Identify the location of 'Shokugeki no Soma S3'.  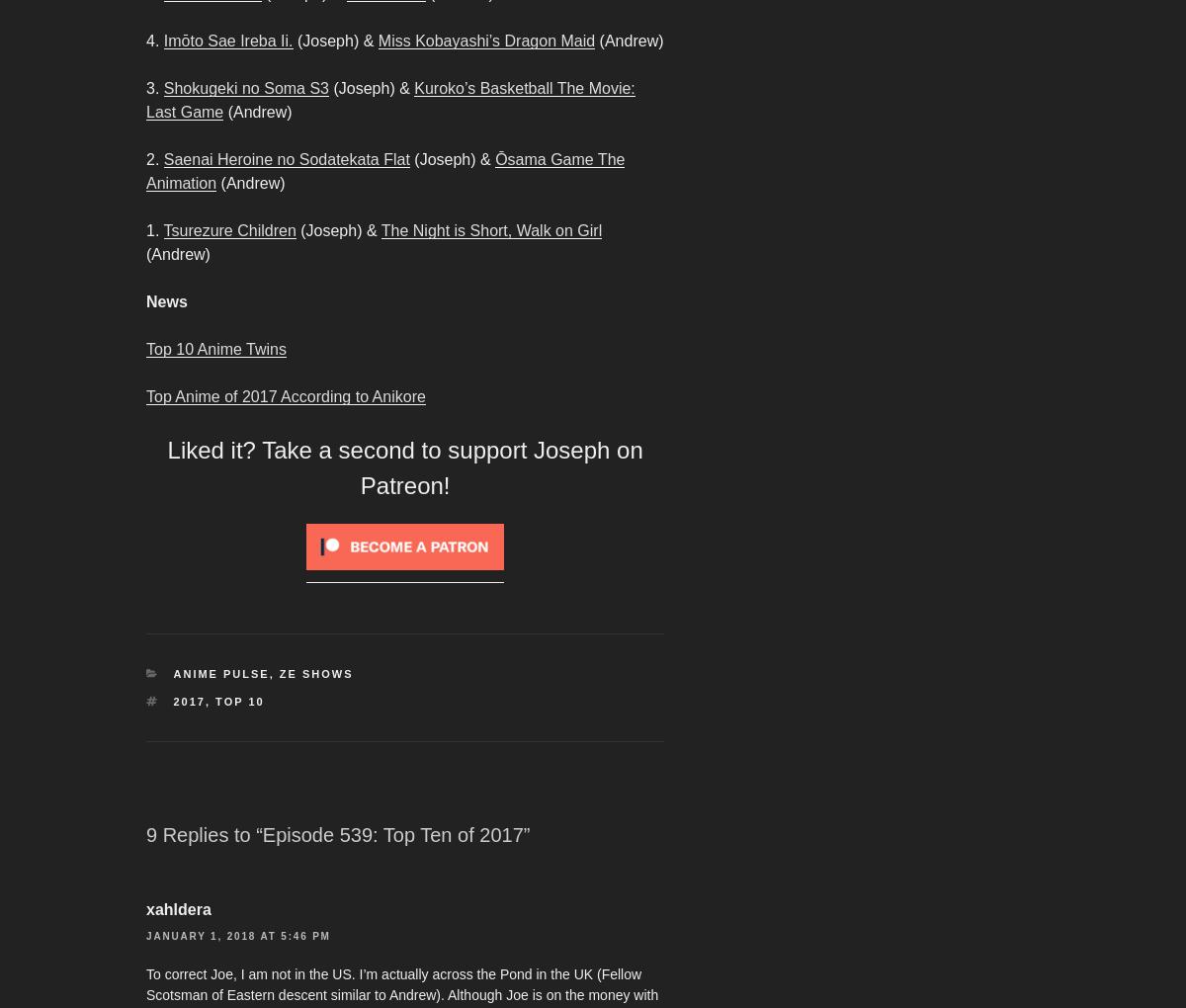
(162, 87).